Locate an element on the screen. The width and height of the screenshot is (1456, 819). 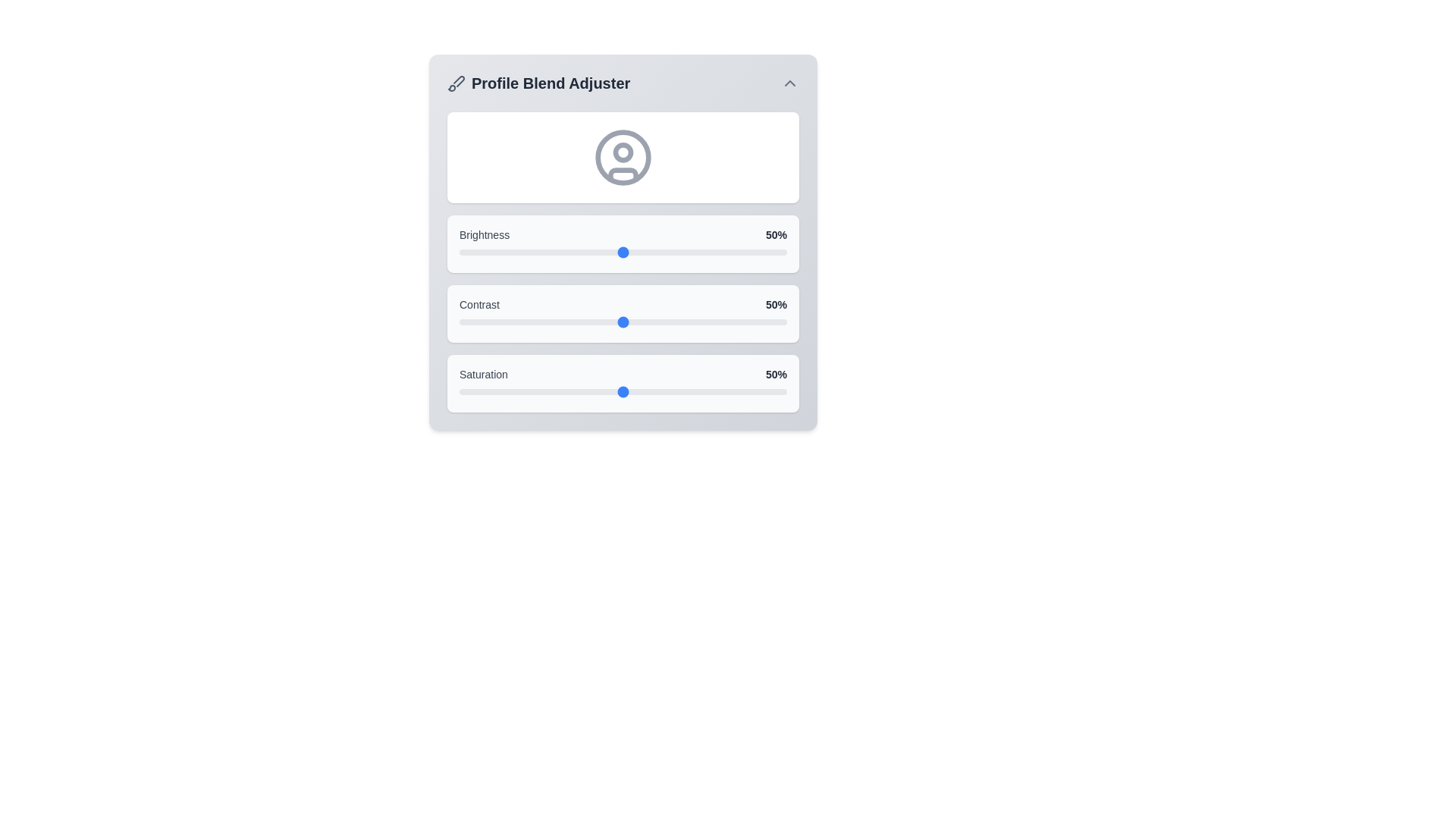
the 'Profile Blend Adjuster' header text located at the top of the settings panel, which includes an expansion control to its right is located at coordinates (623, 83).